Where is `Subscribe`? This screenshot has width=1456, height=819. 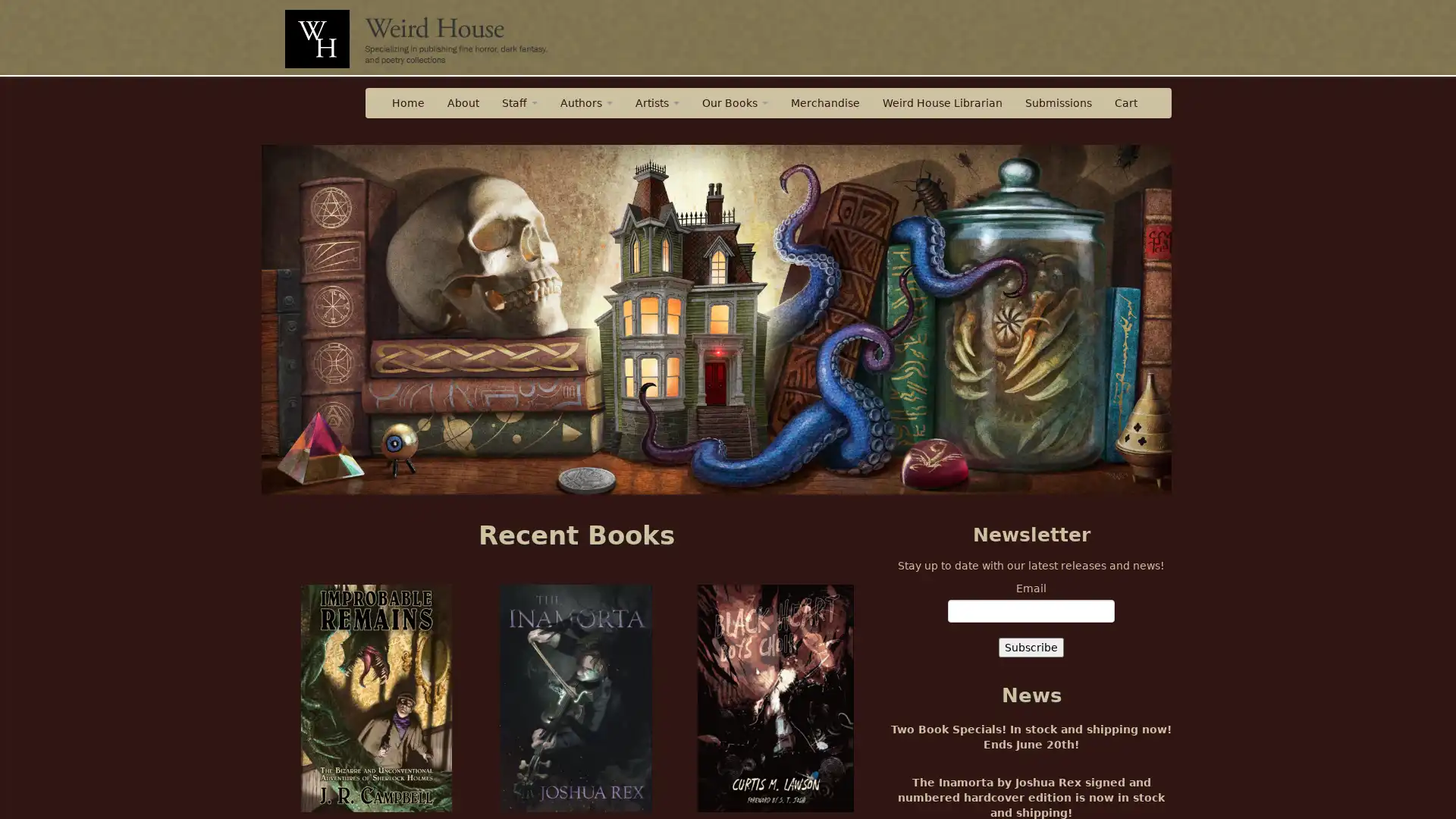 Subscribe is located at coordinates (1031, 647).